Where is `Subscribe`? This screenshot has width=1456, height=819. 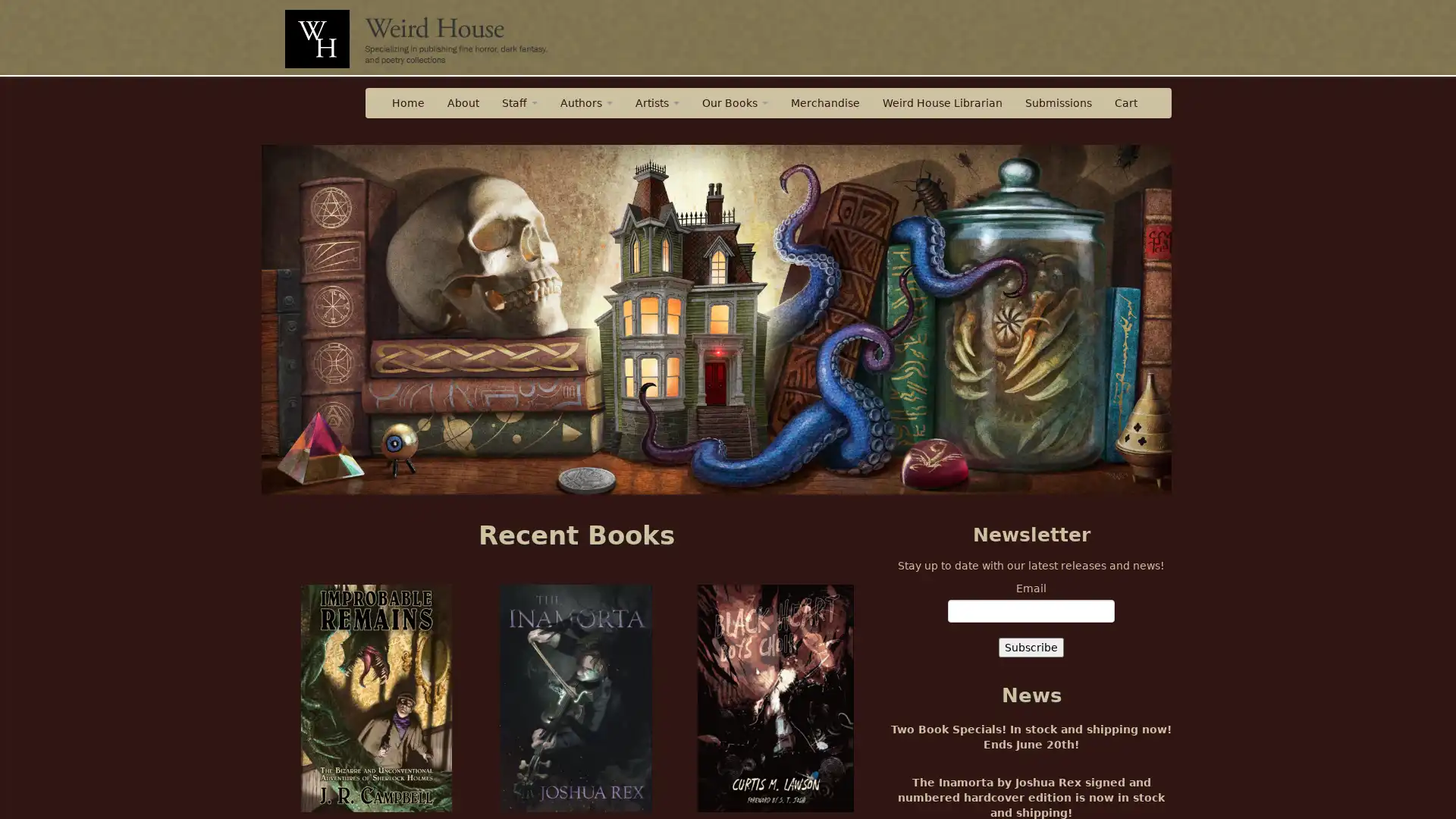 Subscribe is located at coordinates (1031, 647).